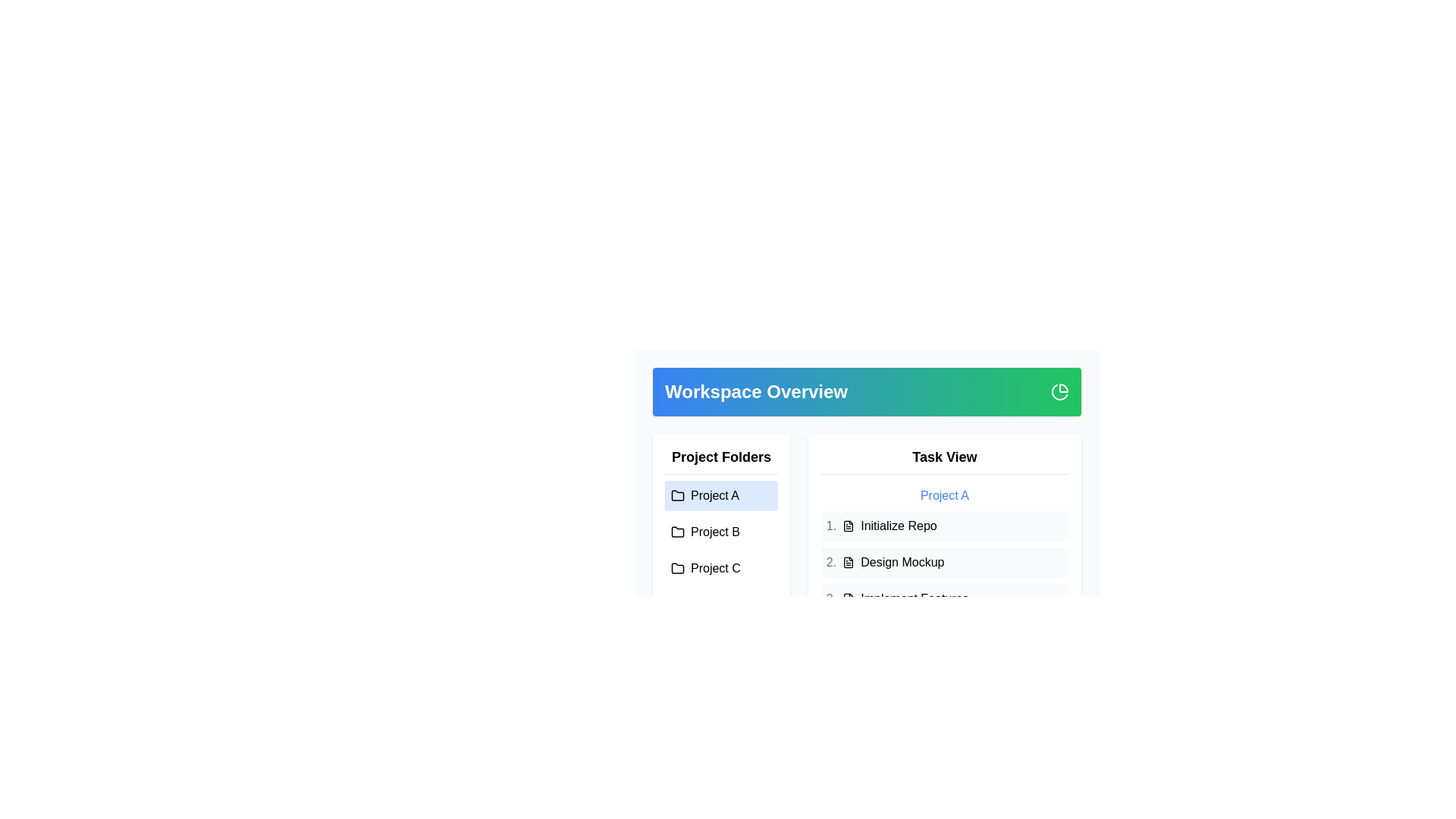  I want to click on the circular pie chart icon located on the far-right side of the header bar in the 'Workspace Overview' section, so click(1059, 391).